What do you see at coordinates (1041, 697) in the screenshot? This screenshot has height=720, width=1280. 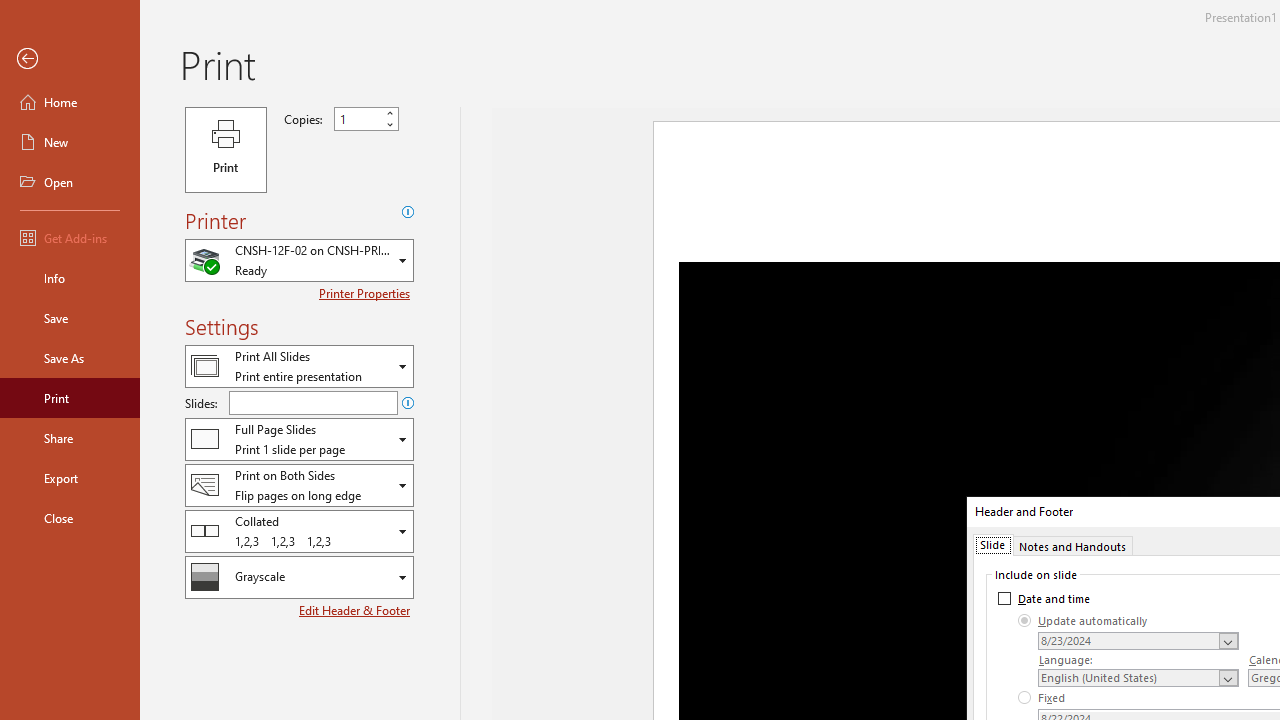 I see `'Fixed'` at bounding box center [1041, 697].